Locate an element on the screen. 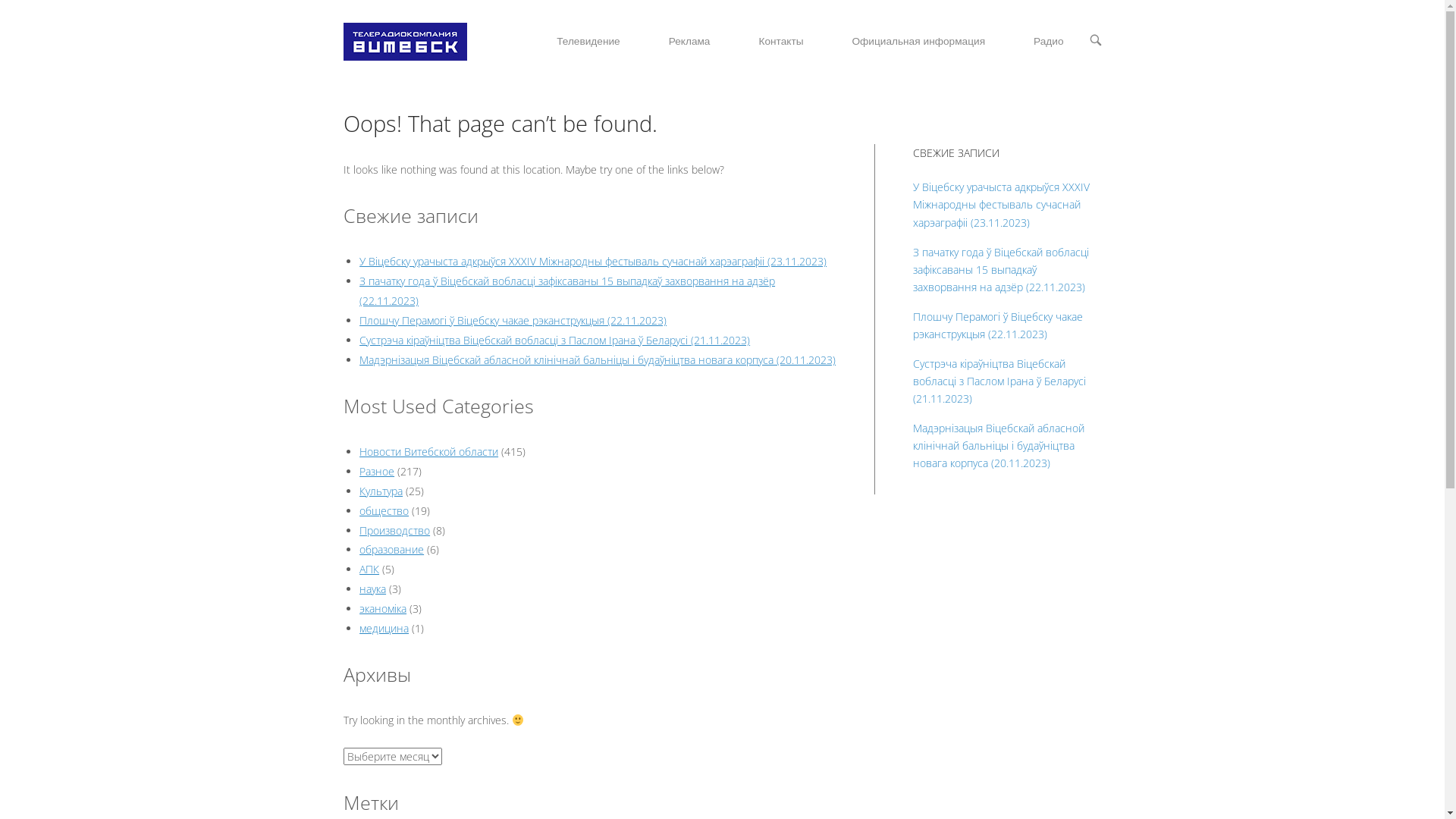 Image resolution: width=1456 pixels, height=819 pixels. 'Home' is located at coordinates (404, 39).